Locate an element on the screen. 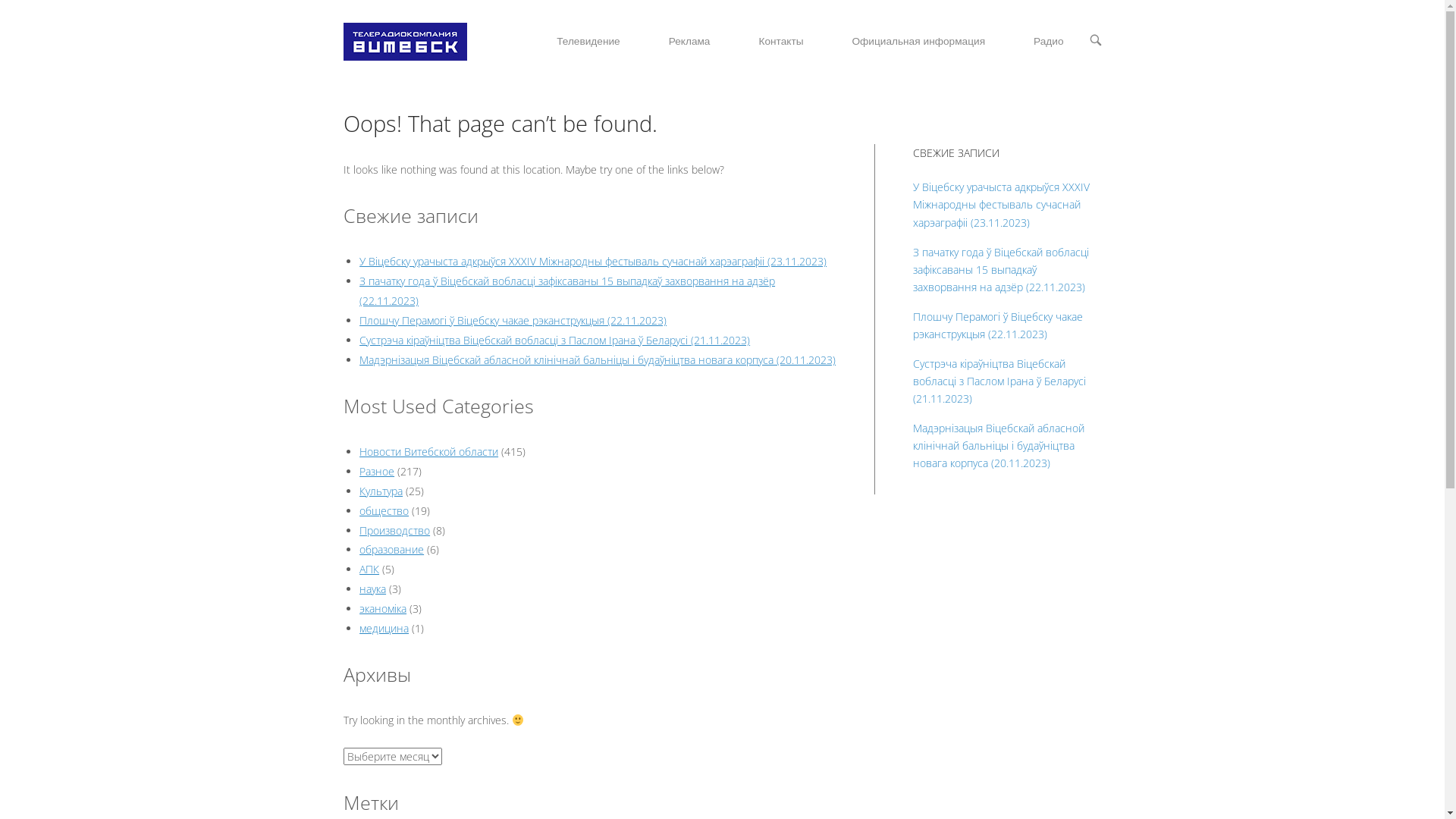 Image resolution: width=1456 pixels, height=819 pixels. 'Home' is located at coordinates (404, 39).